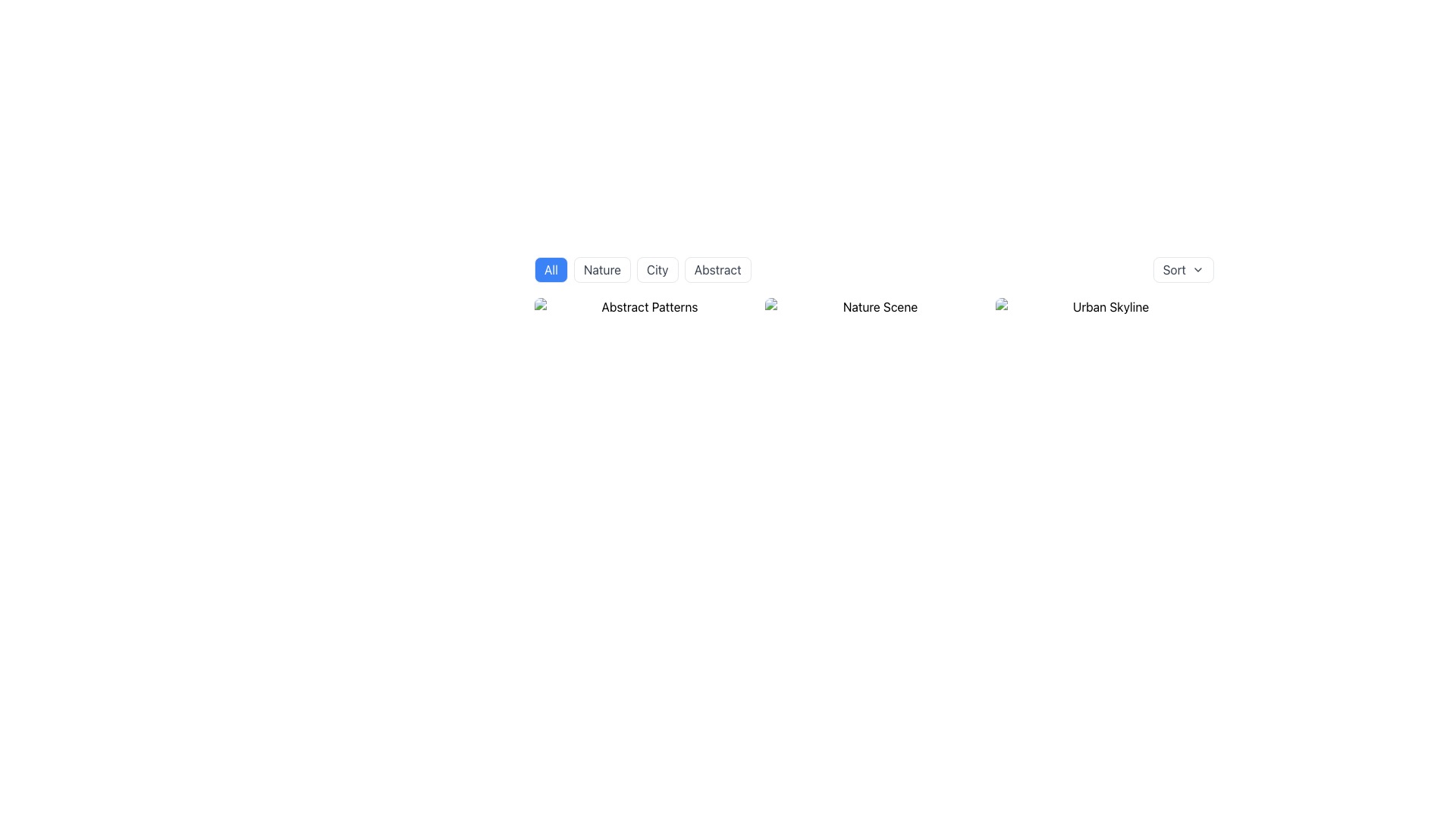 This screenshot has height=819, width=1456. I want to click on the 'All' button in the button group, which is highlighted with a blue background, so click(642, 268).